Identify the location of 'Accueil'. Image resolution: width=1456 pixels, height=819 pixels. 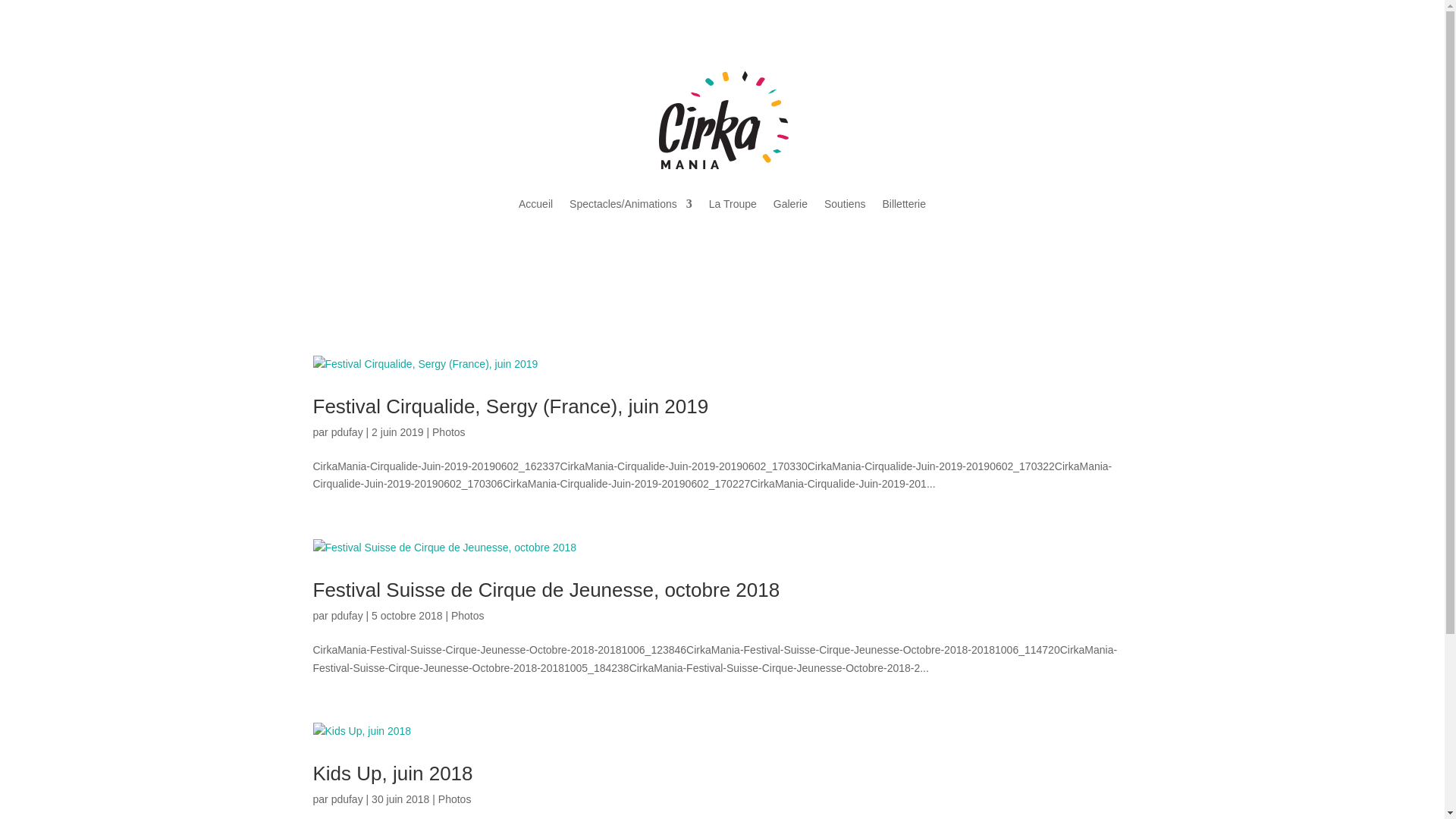
(535, 203).